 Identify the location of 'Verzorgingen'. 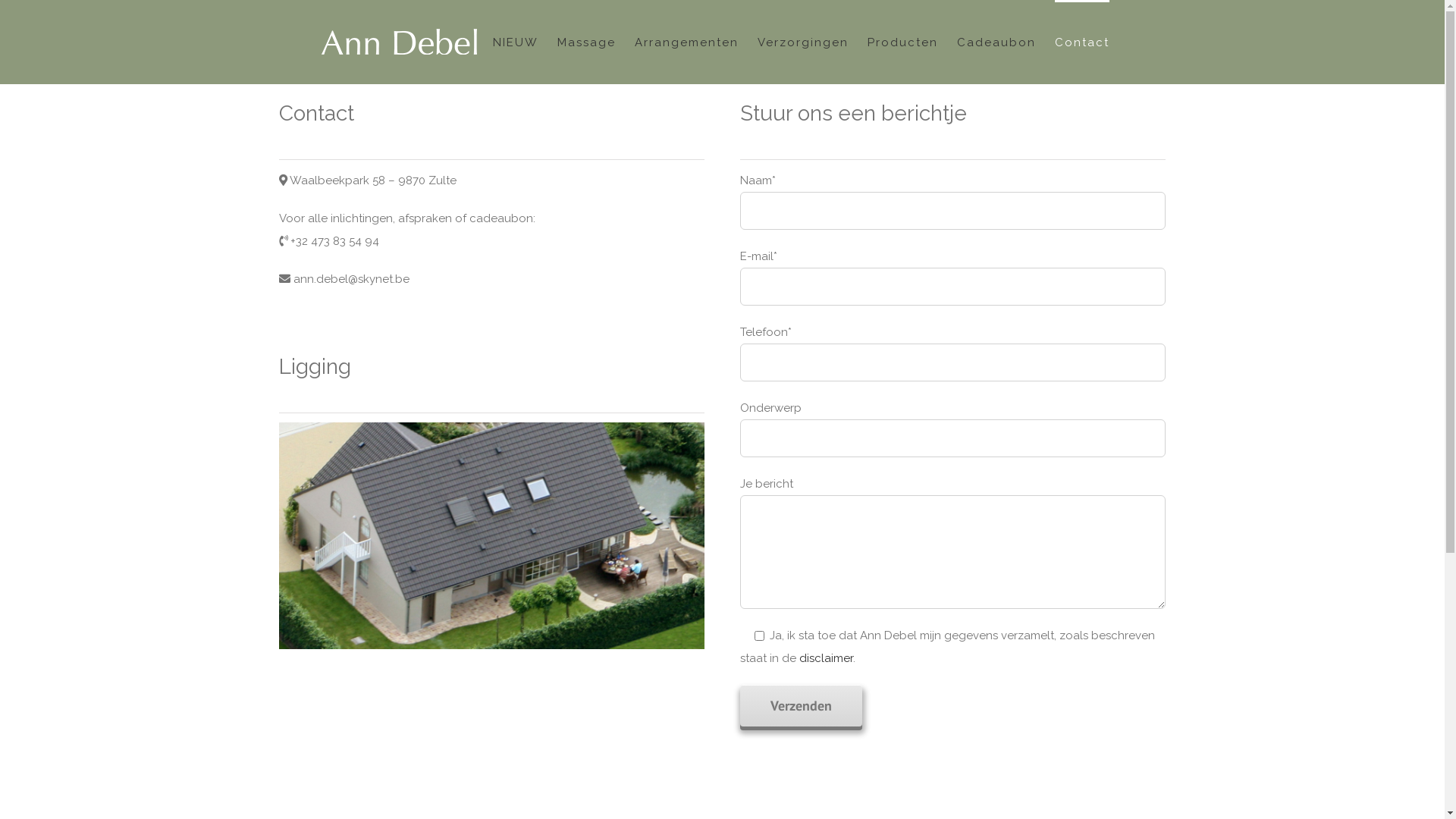
(801, 40).